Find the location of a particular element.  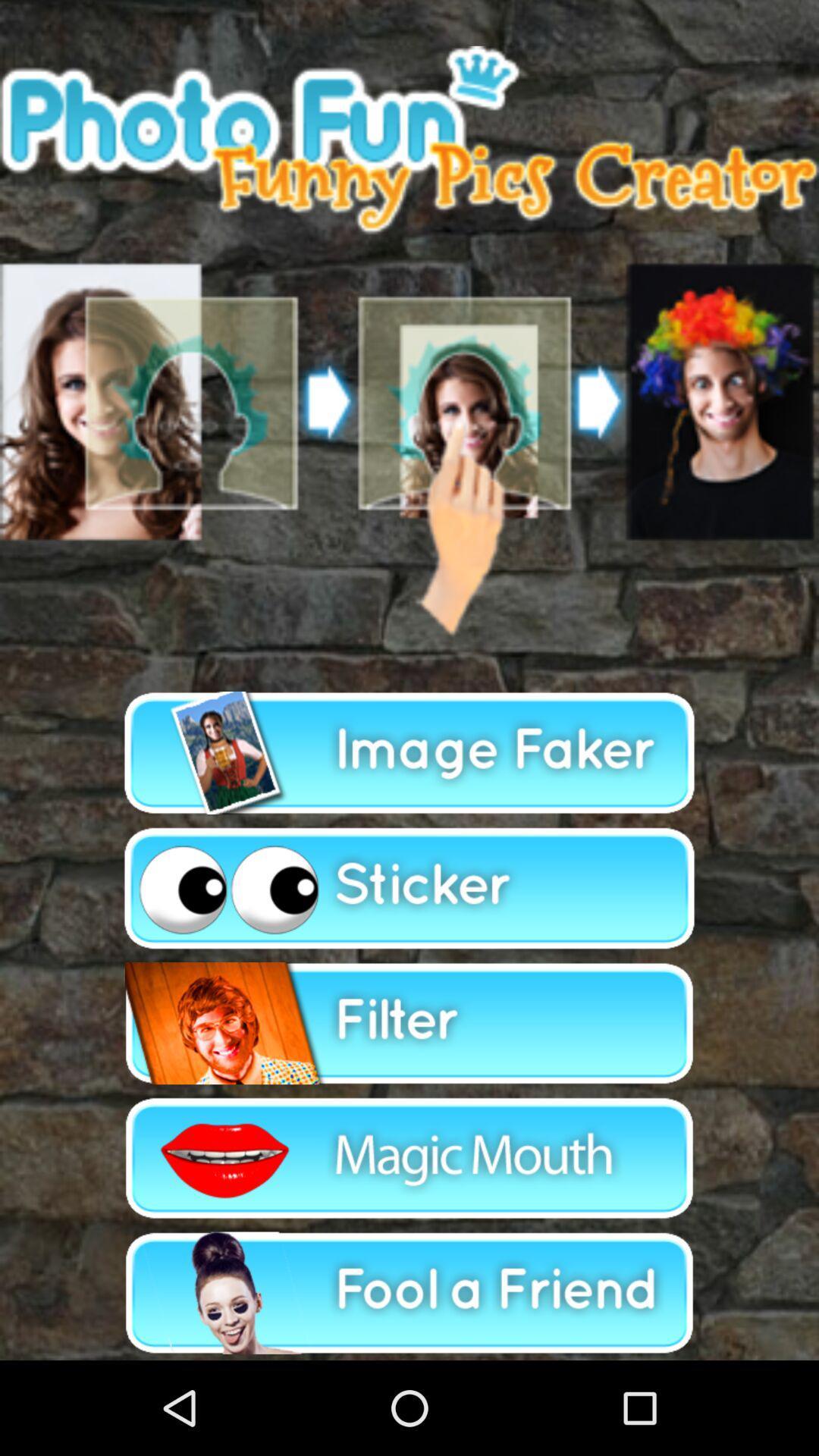

screen select botton is located at coordinates (409, 341).